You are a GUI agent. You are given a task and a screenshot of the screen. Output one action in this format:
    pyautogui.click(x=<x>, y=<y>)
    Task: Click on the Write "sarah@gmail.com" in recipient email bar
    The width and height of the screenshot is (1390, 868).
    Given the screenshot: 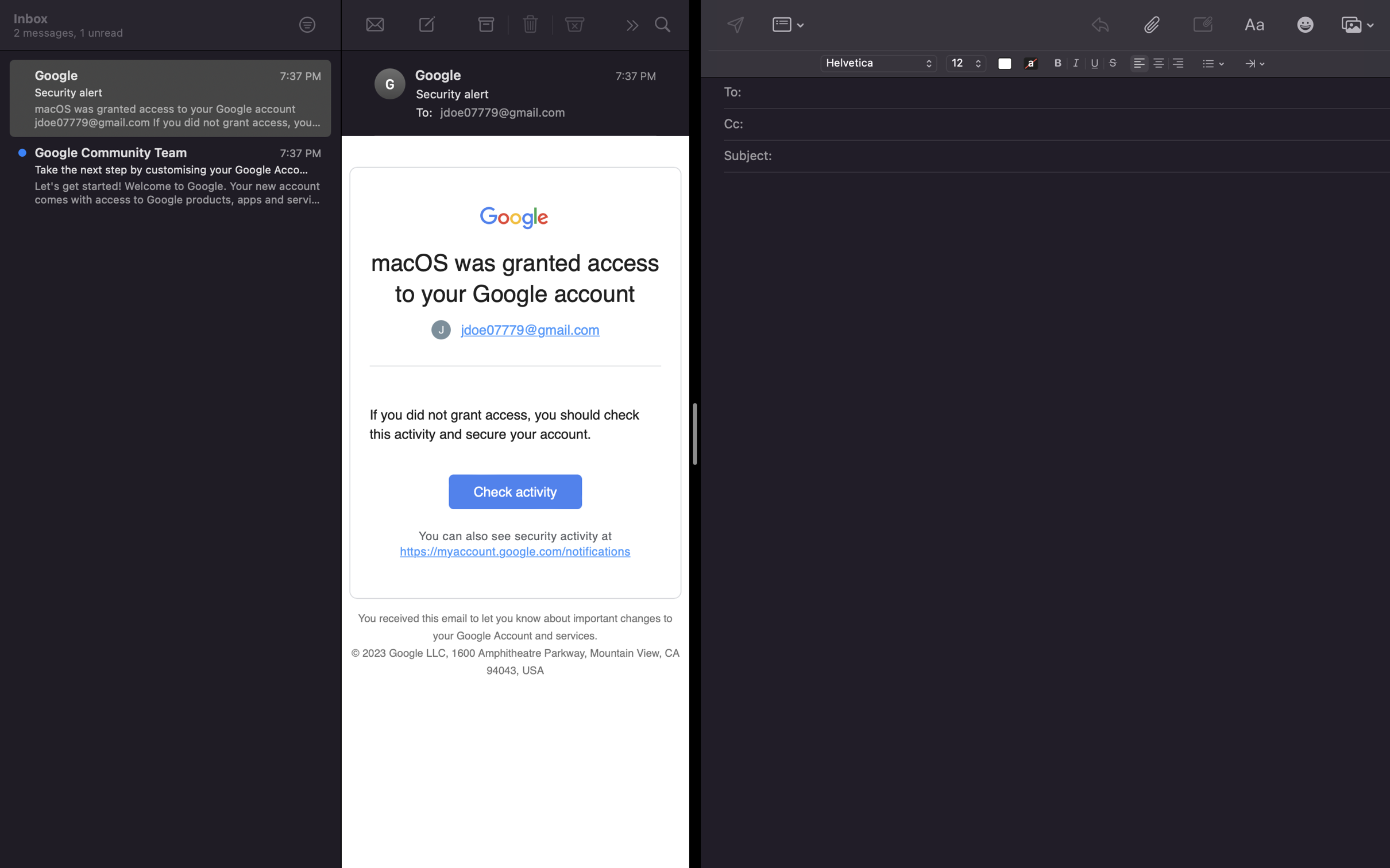 What is the action you would take?
    pyautogui.click(x=1065, y=93)
    